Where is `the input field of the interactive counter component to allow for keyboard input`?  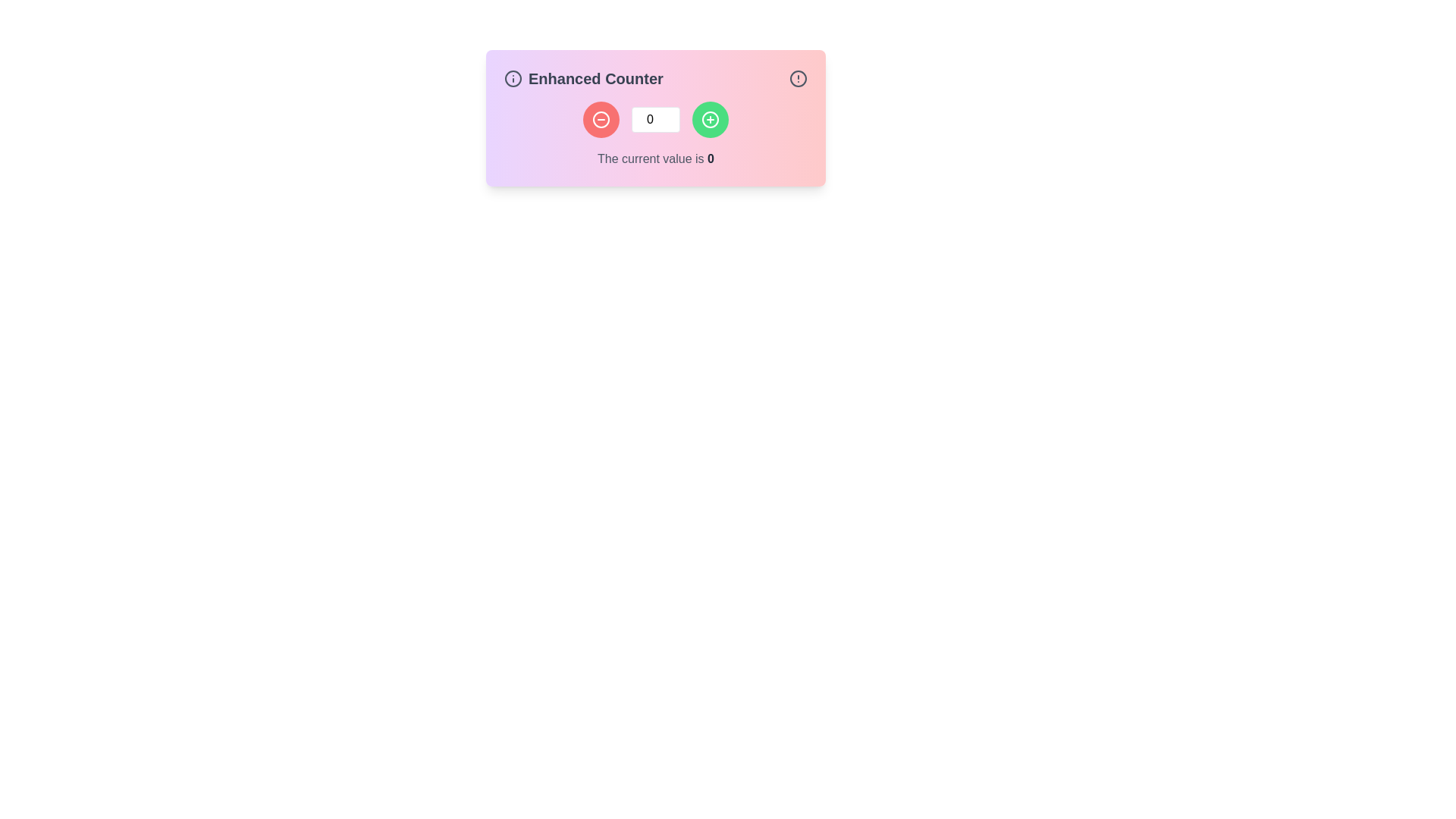
the input field of the interactive counter component to allow for keyboard input is located at coordinates (655, 117).